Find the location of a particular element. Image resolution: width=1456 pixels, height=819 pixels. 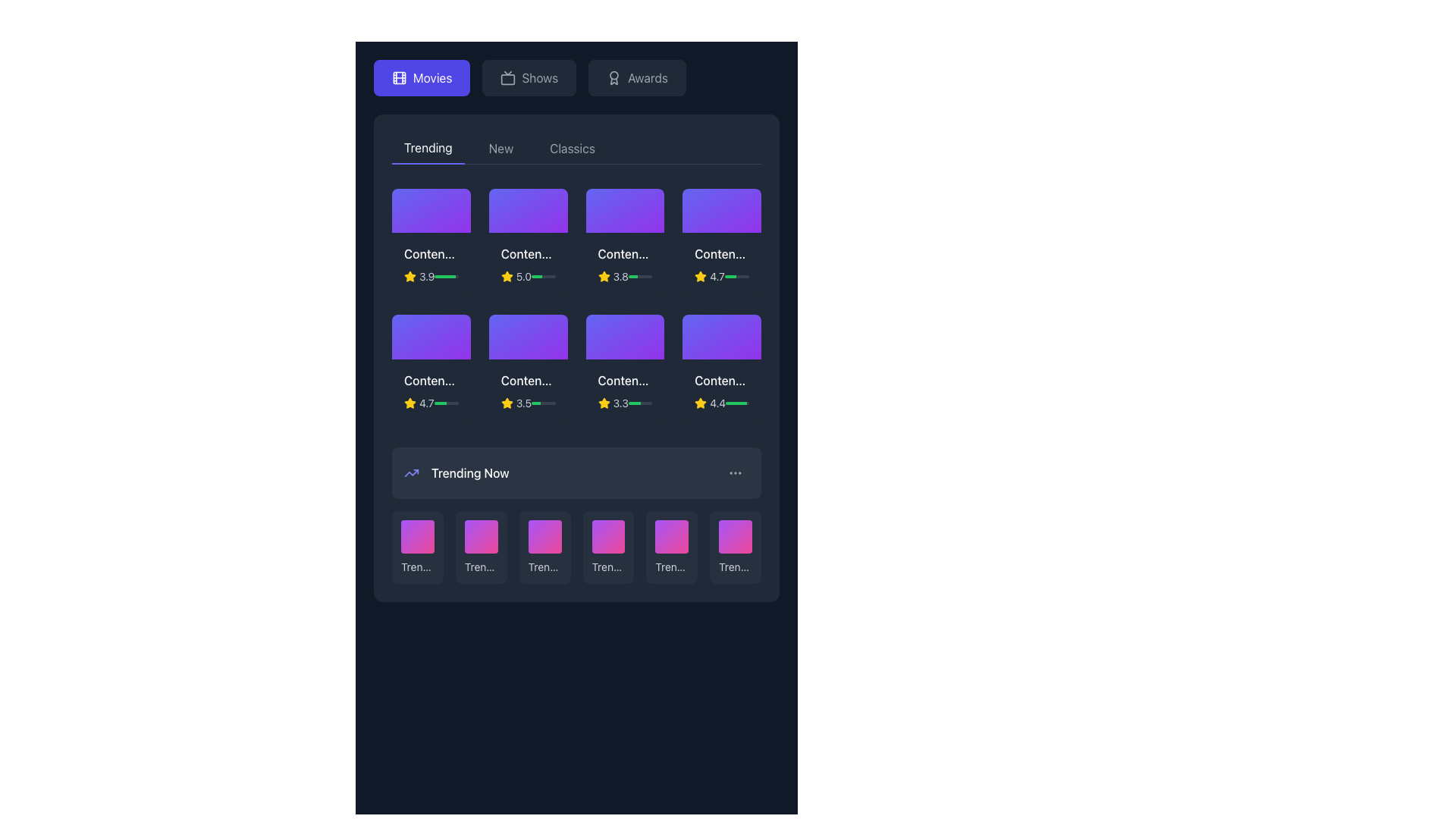

the first card in the first row of the grid layout under the 'Trending' tab by moving the cursor to its center point is located at coordinates (430, 242).